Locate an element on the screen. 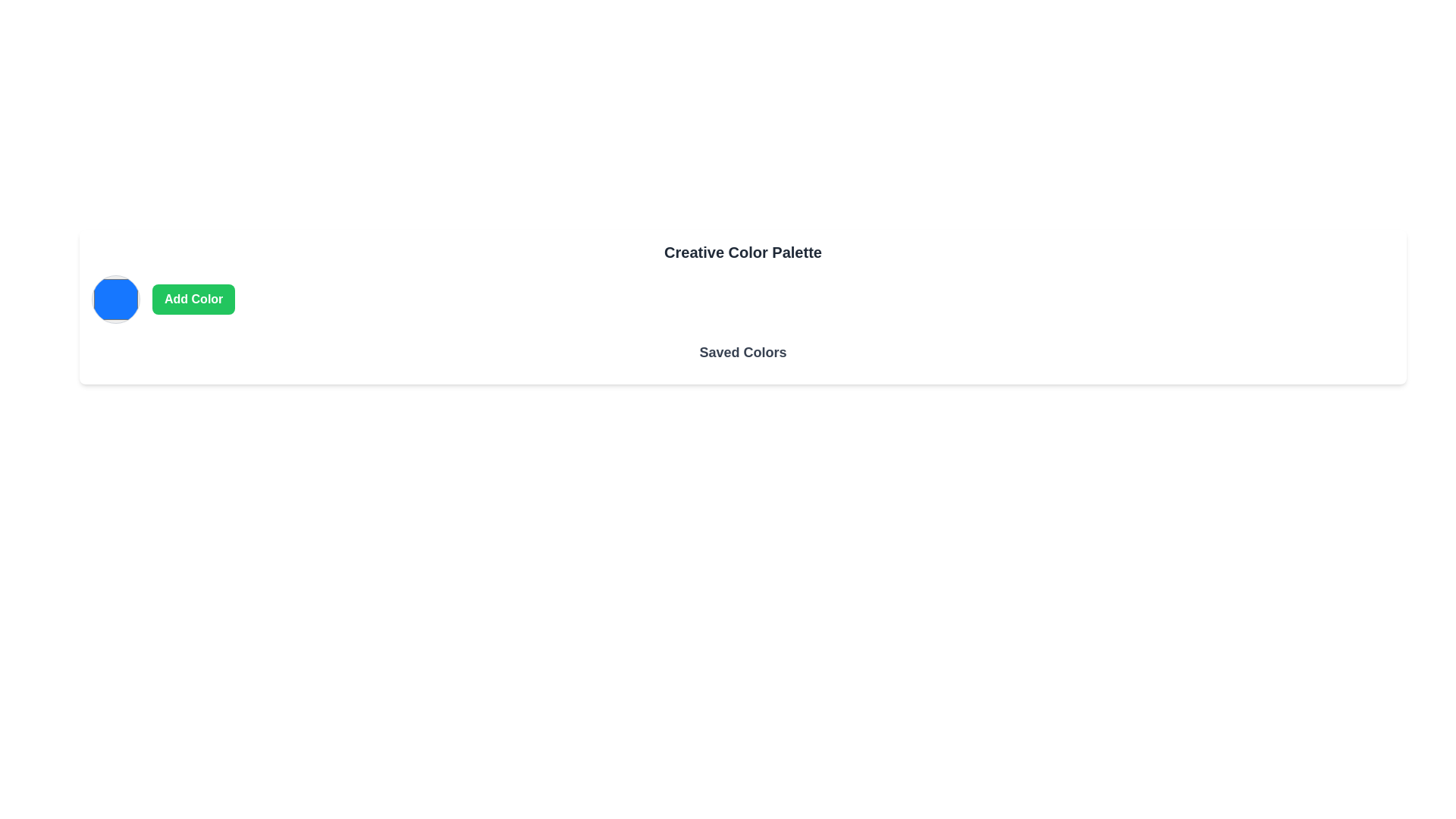  the circular Color Display or Selector with a blue fill color (#1677ff) is located at coordinates (115, 299).